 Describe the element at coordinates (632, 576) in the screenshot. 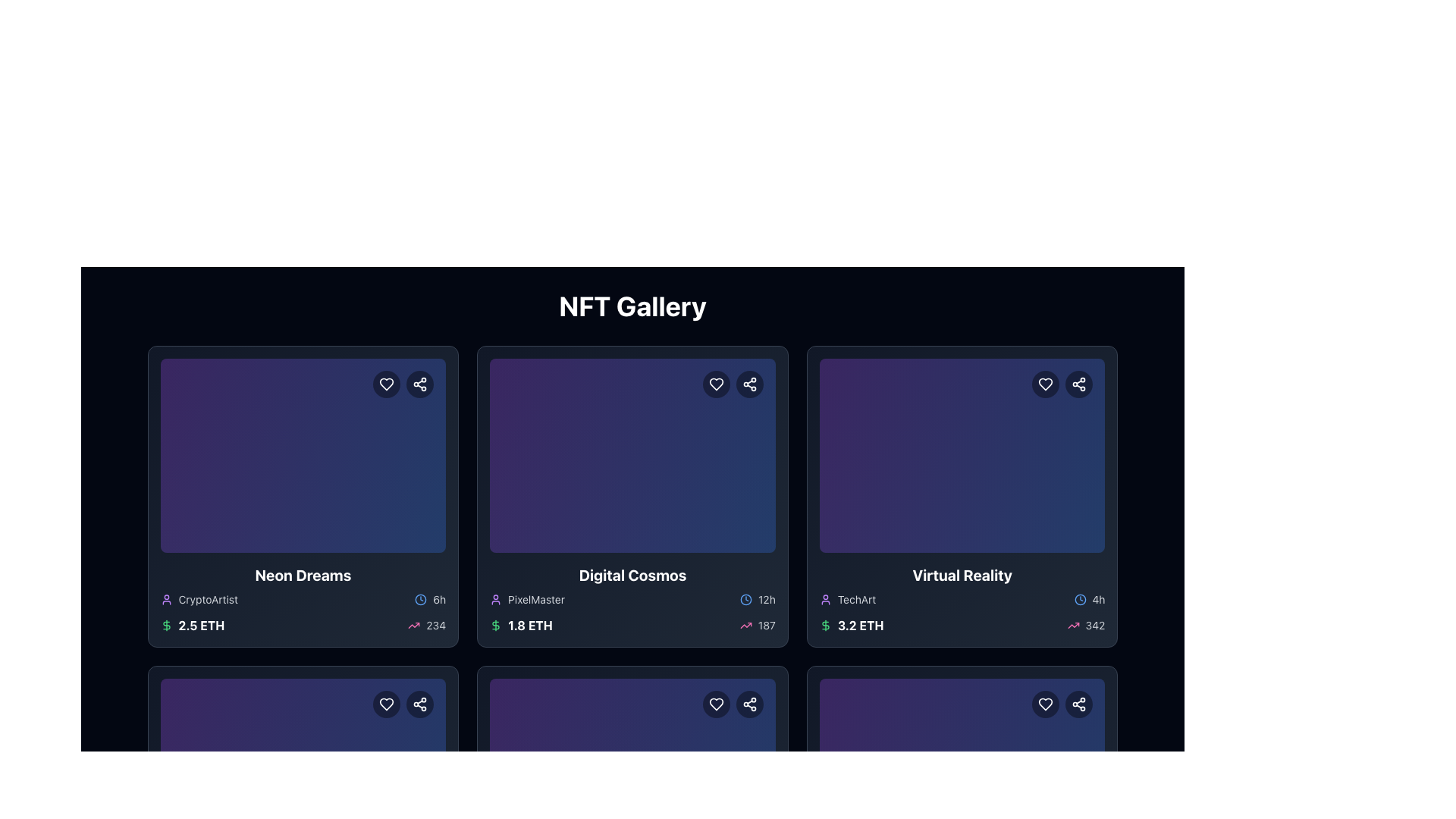

I see `the prominent text label displaying 'Digital Cosmos' located in the middle column of the NFT gallery grid, positioned underneath an image, if it is interactive` at that location.